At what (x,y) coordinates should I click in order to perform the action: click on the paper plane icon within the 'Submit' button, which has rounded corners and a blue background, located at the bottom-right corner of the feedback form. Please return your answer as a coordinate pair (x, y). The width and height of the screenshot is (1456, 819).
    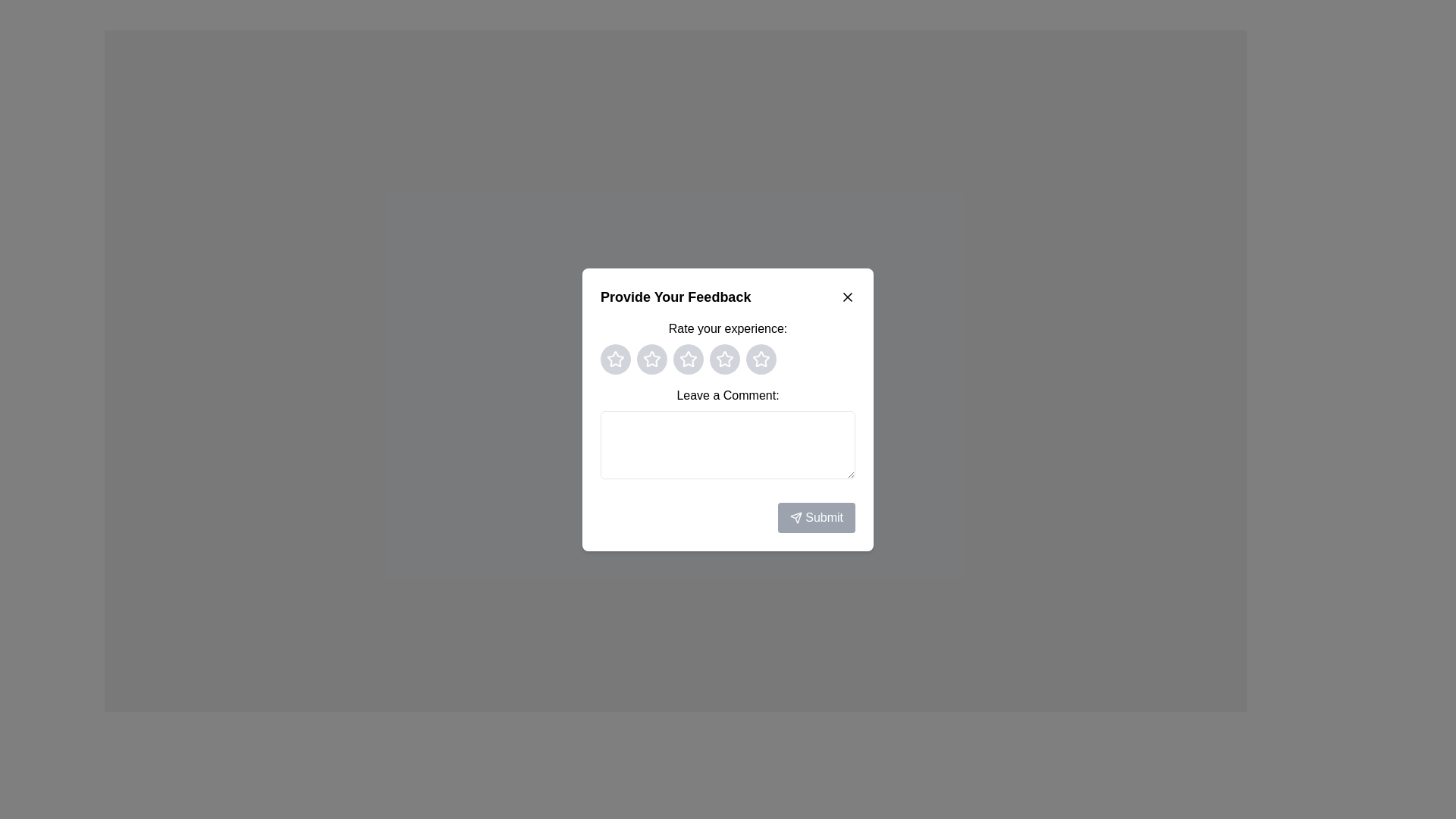
    Looking at the image, I should click on (795, 517).